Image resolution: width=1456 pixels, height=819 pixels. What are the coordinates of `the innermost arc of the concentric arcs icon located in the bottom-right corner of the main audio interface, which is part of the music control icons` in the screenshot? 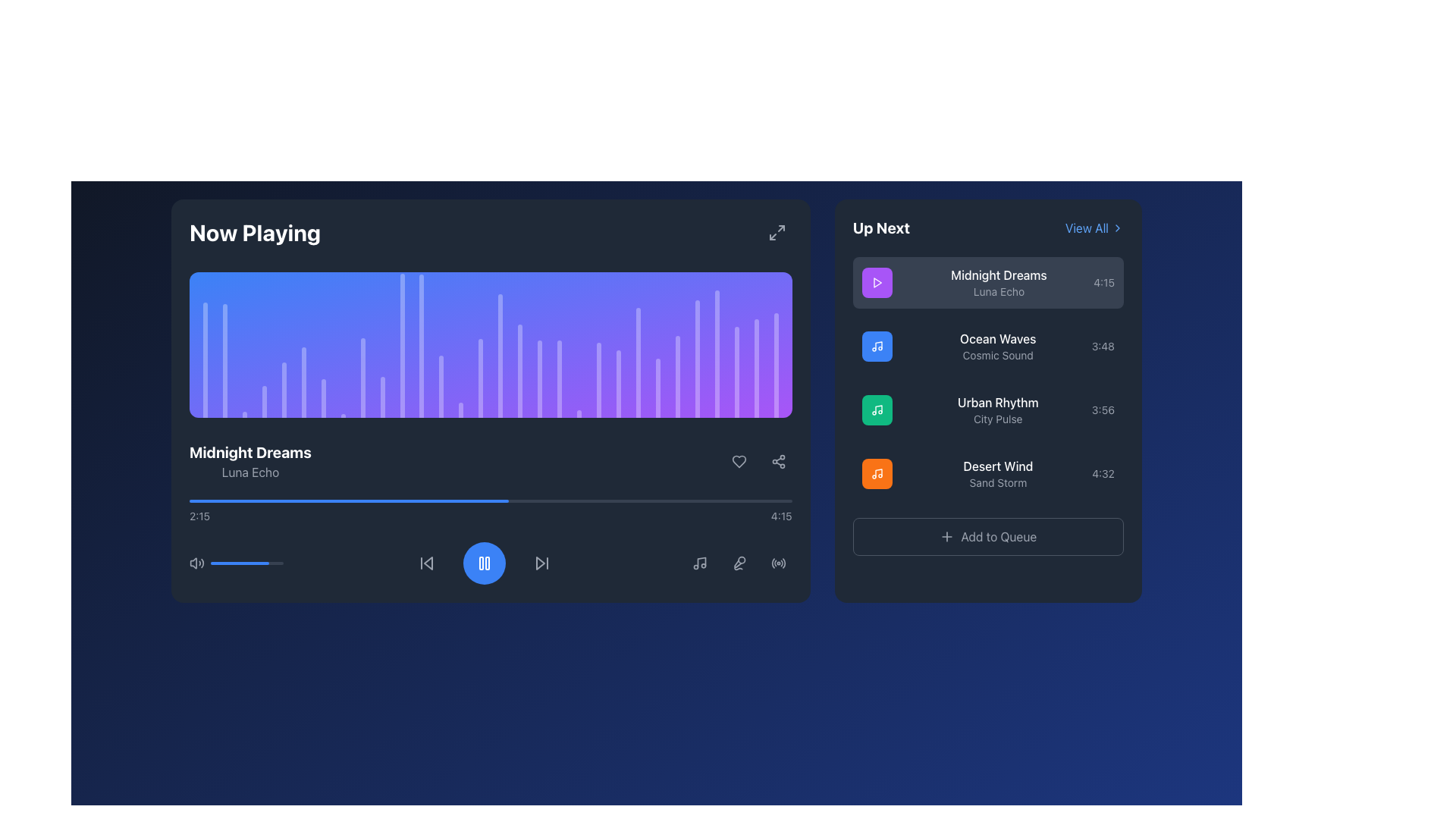 It's located at (773, 563).